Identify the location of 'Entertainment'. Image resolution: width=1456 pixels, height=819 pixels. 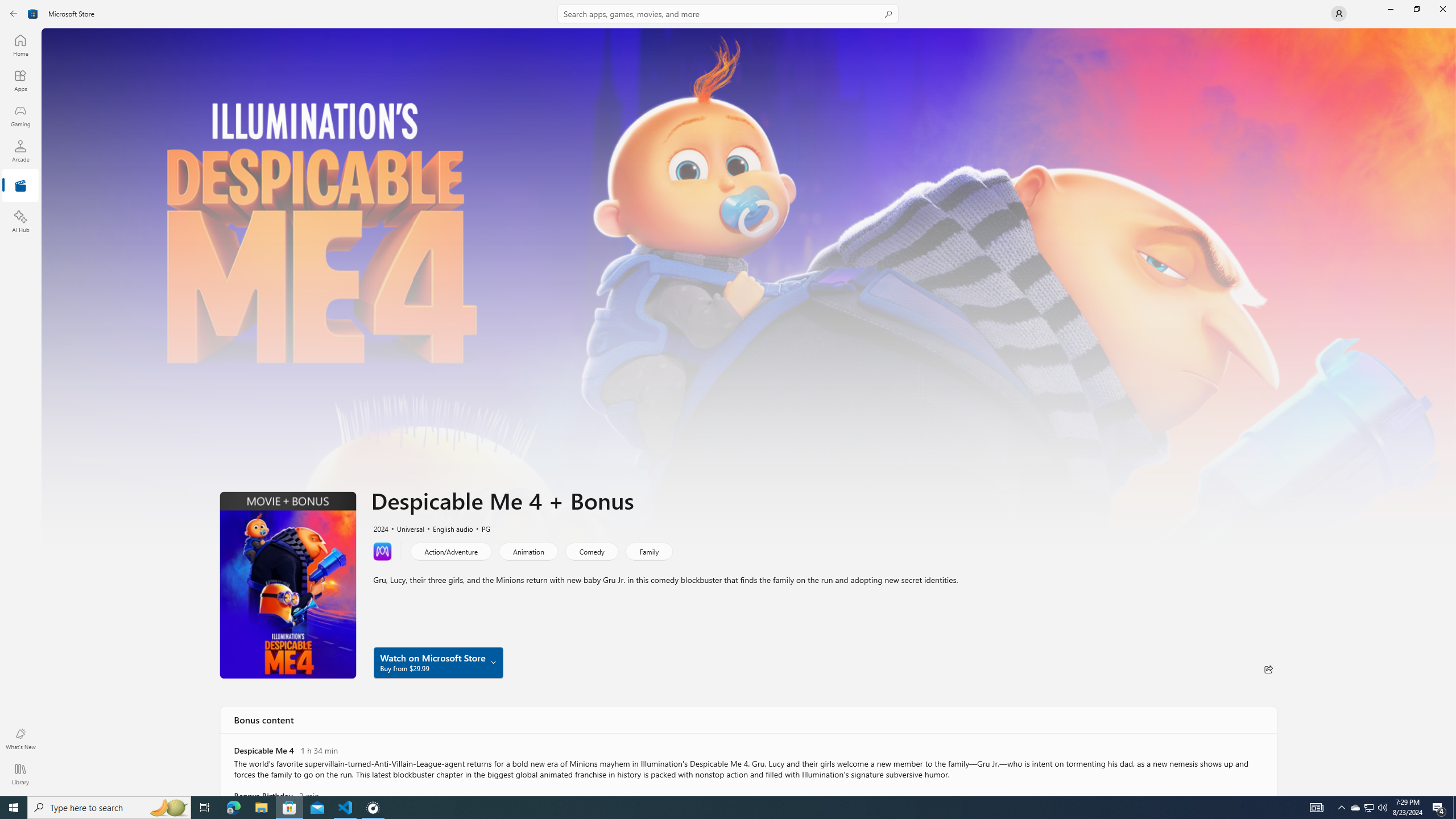
(19, 185).